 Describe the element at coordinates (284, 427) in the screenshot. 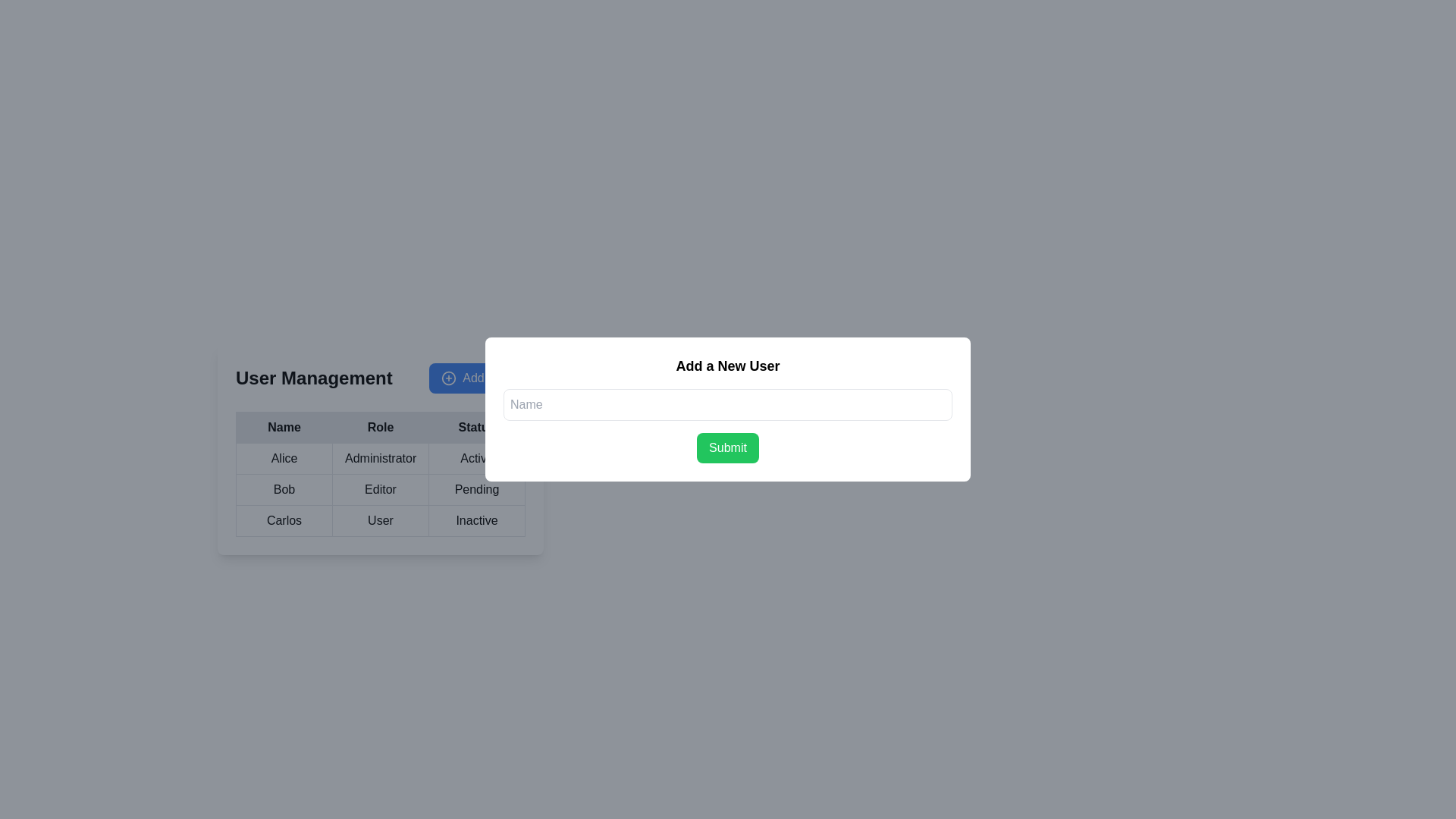

I see `the 'Name' text label in the table header` at that location.